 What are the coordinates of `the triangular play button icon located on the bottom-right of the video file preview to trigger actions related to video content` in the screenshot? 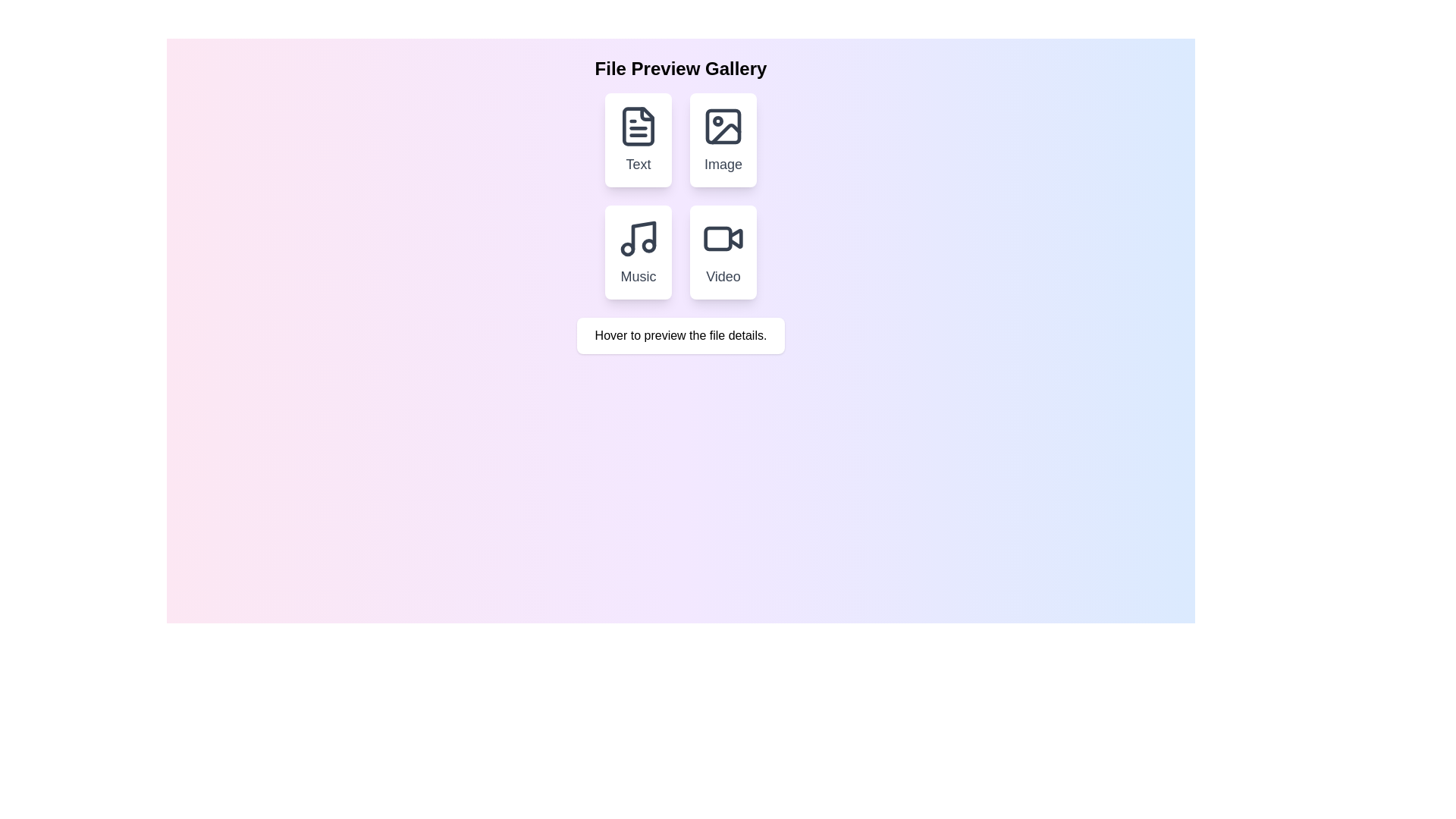 It's located at (735, 237).